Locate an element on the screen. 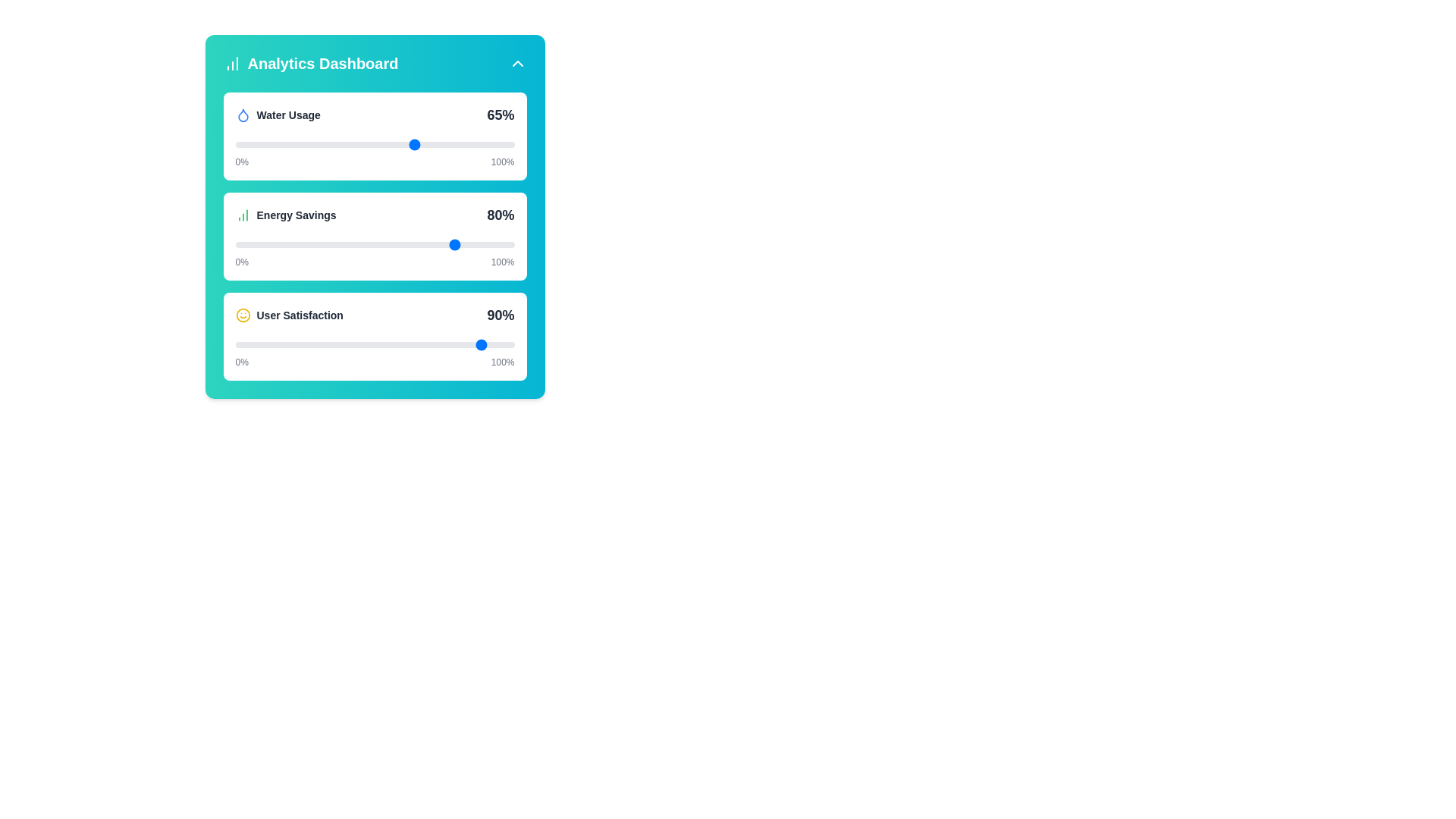 Image resolution: width=1456 pixels, height=819 pixels. the text label displaying '0%' which is aligned to the left side of a horizontal progress bar beneath the 'Water Usage' metric is located at coordinates (241, 162).